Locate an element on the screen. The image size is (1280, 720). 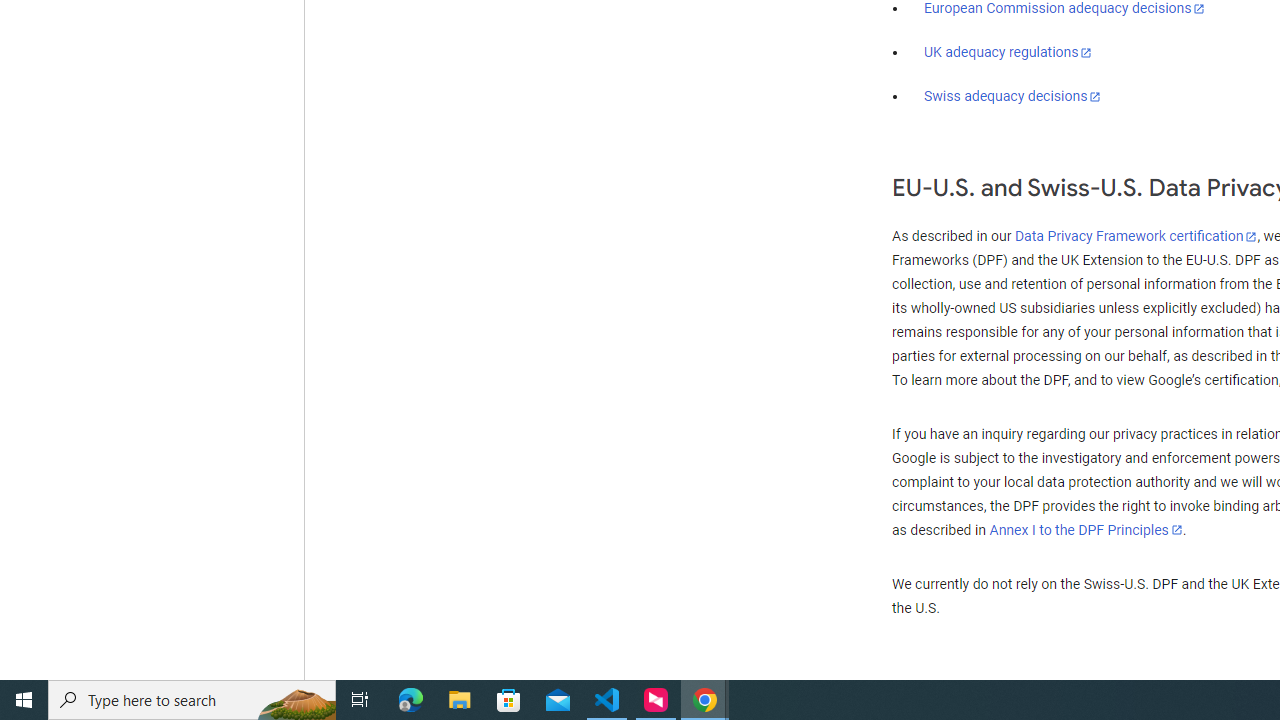
'European Commission adequacy decisions' is located at coordinates (1063, 9).